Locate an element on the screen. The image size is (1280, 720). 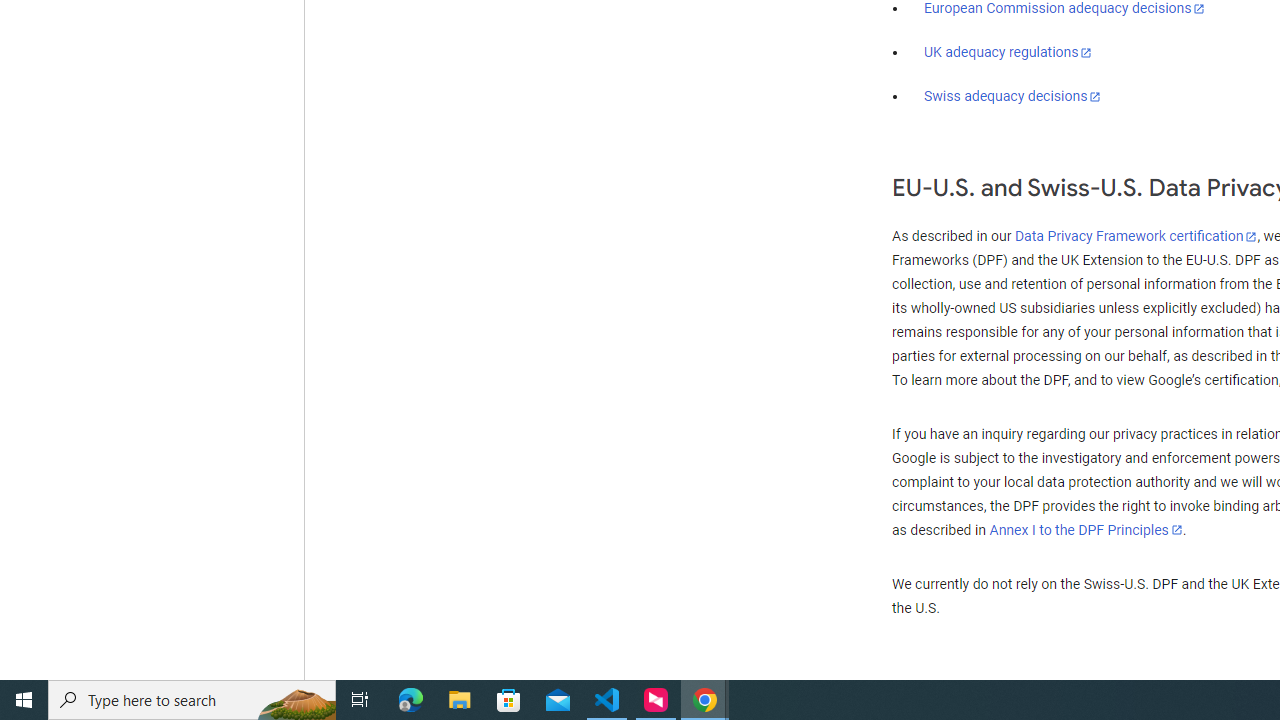
'European Commission adequacy decisions' is located at coordinates (1063, 9).